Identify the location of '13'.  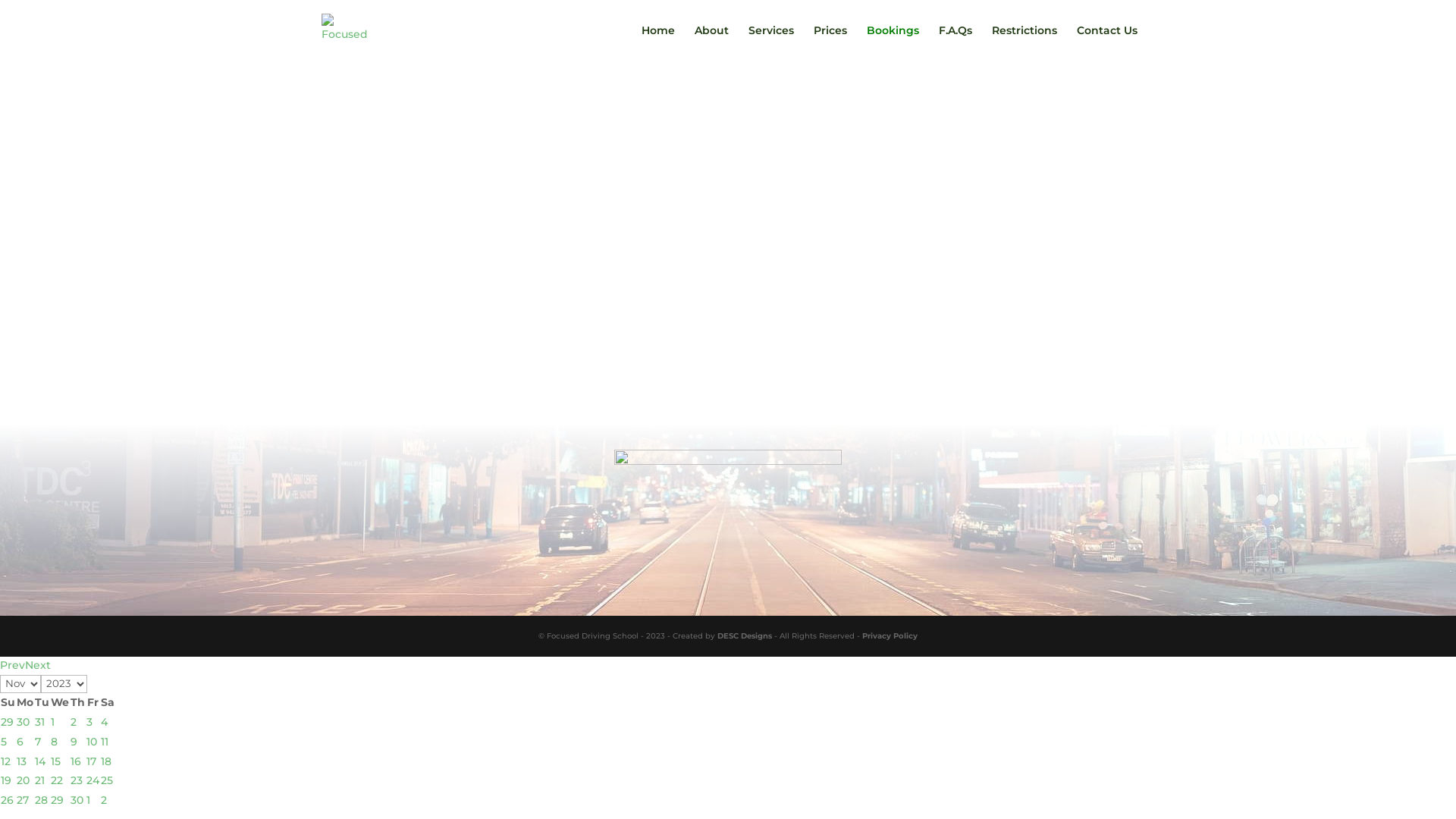
(21, 761).